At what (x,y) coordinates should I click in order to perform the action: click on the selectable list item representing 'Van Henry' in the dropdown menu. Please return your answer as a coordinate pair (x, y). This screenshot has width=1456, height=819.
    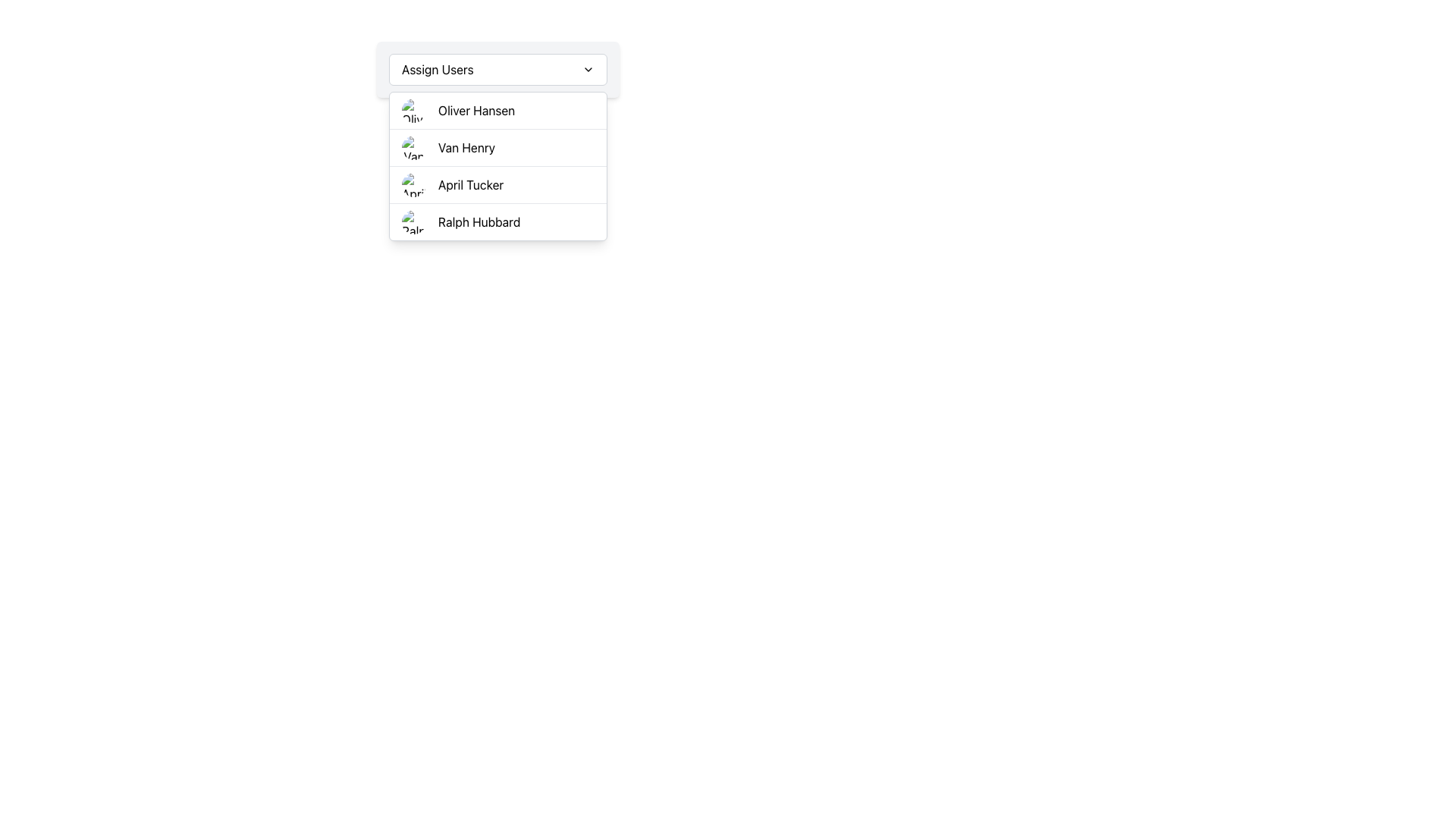
    Looking at the image, I should click on (498, 146).